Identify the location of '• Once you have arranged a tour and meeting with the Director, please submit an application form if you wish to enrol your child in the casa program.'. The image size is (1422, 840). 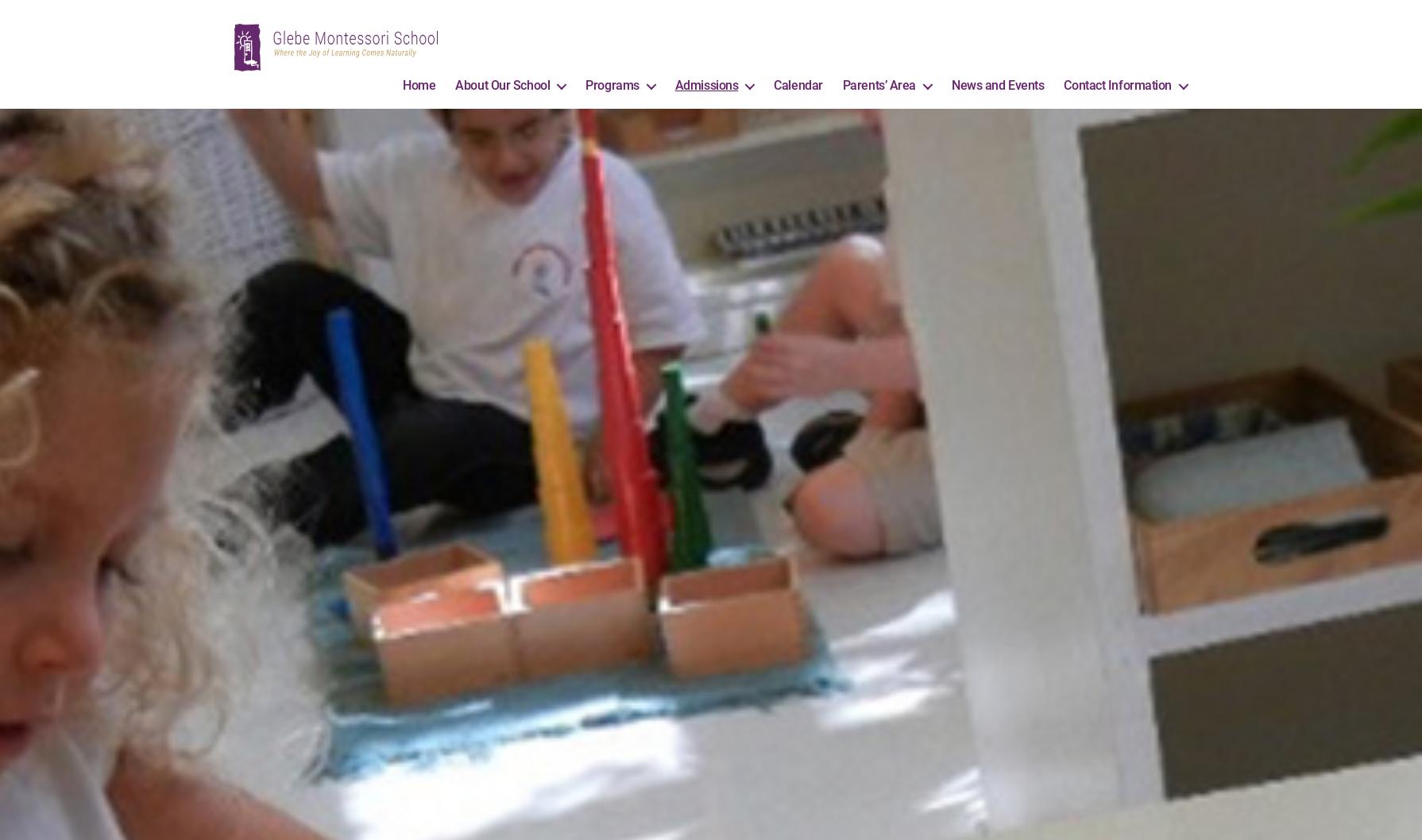
(811, 499).